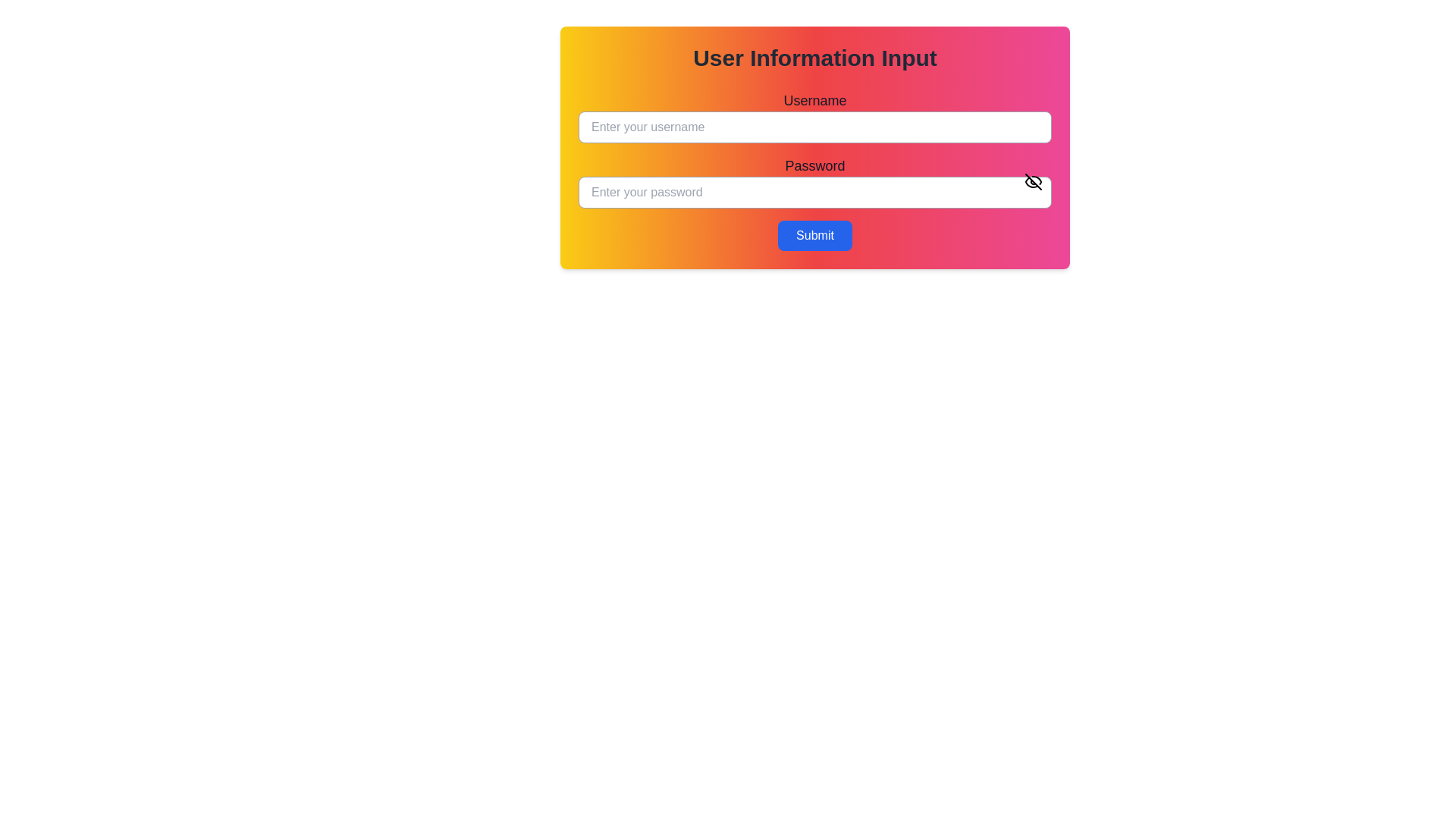 Image resolution: width=1456 pixels, height=819 pixels. What do you see at coordinates (814, 236) in the screenshot?
I see `the blue rectangular 'Submit' button with white text, which is prominently displayed below the password input field in the center of the form` at bounding box center [814, 236].